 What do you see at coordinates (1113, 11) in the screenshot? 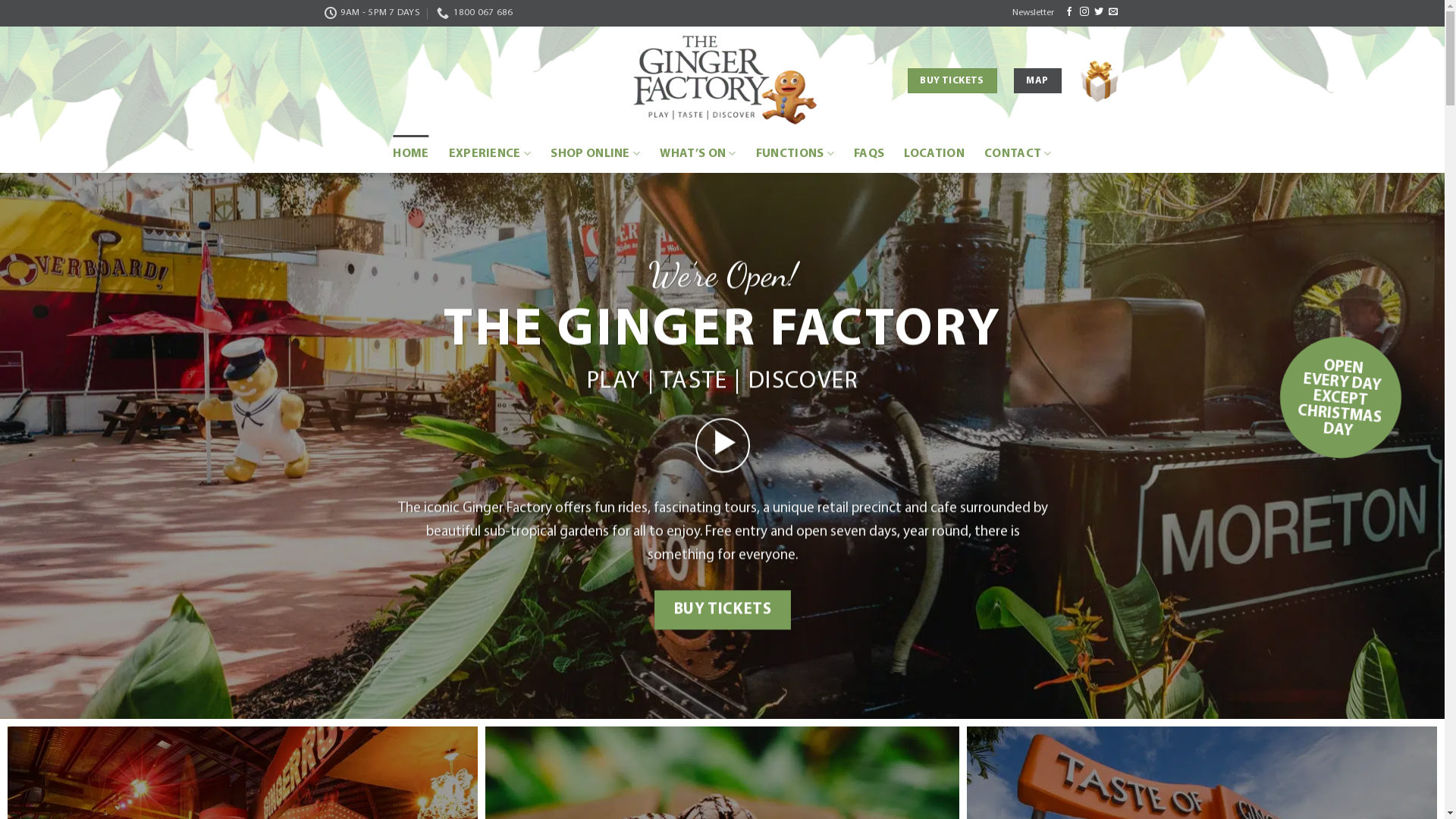
I see `'Send us an email'` at bounding box center [1113, 11].